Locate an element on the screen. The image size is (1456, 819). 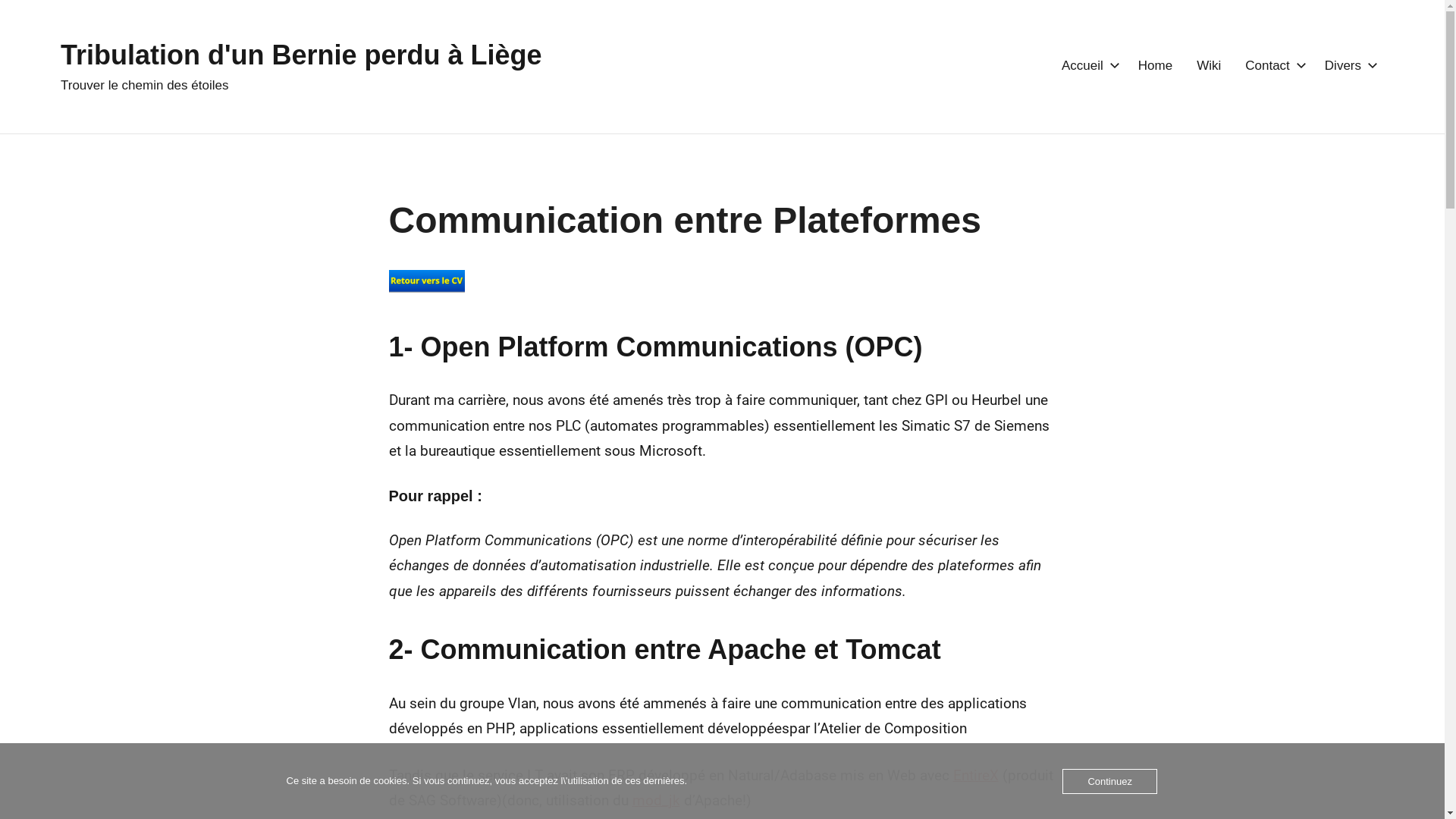
'retour_vers_cv' is located at coordinates (425, 281).